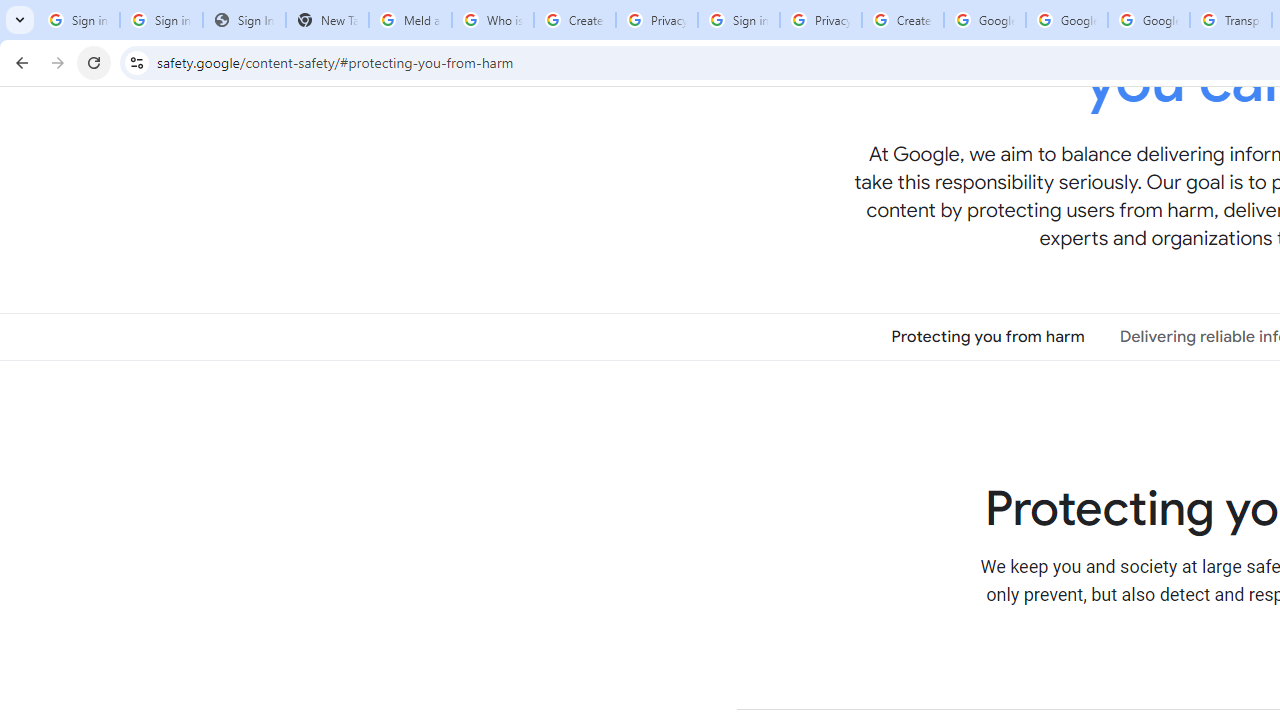  I want to click on 'Who is my administrator? - Google Account Help', so click(492, 20).